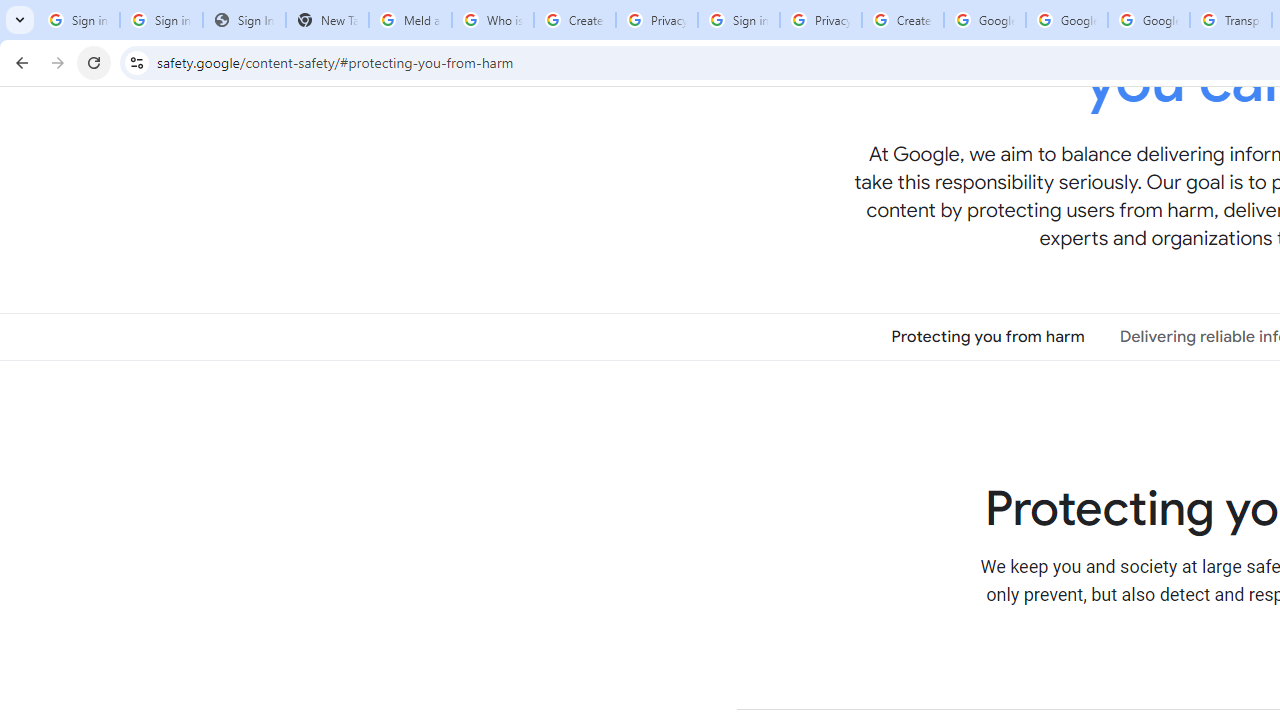  I want to click on 'Who is my administrator? - Google Account Help', so click(492, 20).